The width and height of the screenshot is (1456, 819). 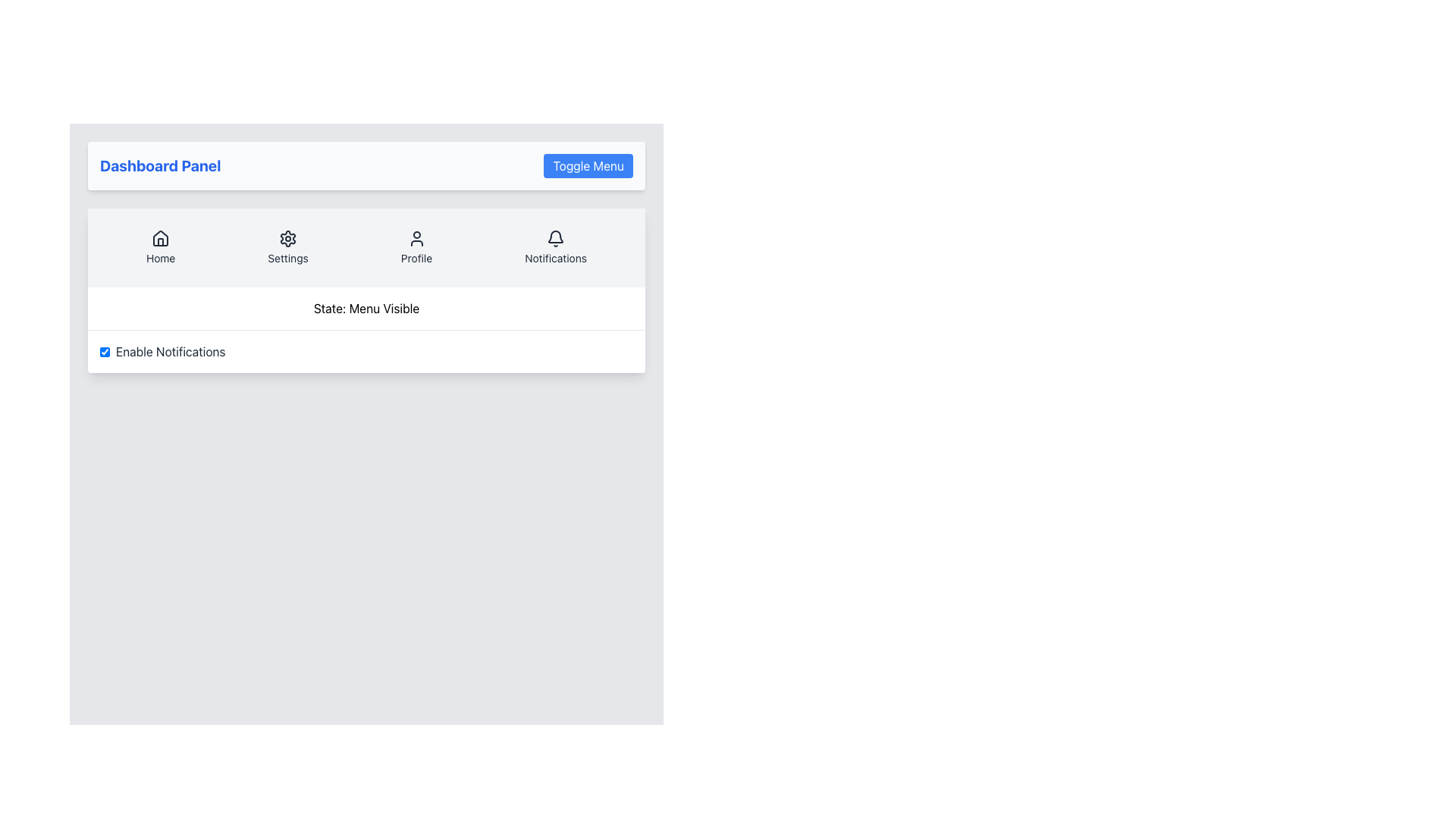 What do you see at coordinates (161, 247) in the screenshot?
I see `the 'Home' navigation button in the top navigation bar` at bounding box center [161, 247].